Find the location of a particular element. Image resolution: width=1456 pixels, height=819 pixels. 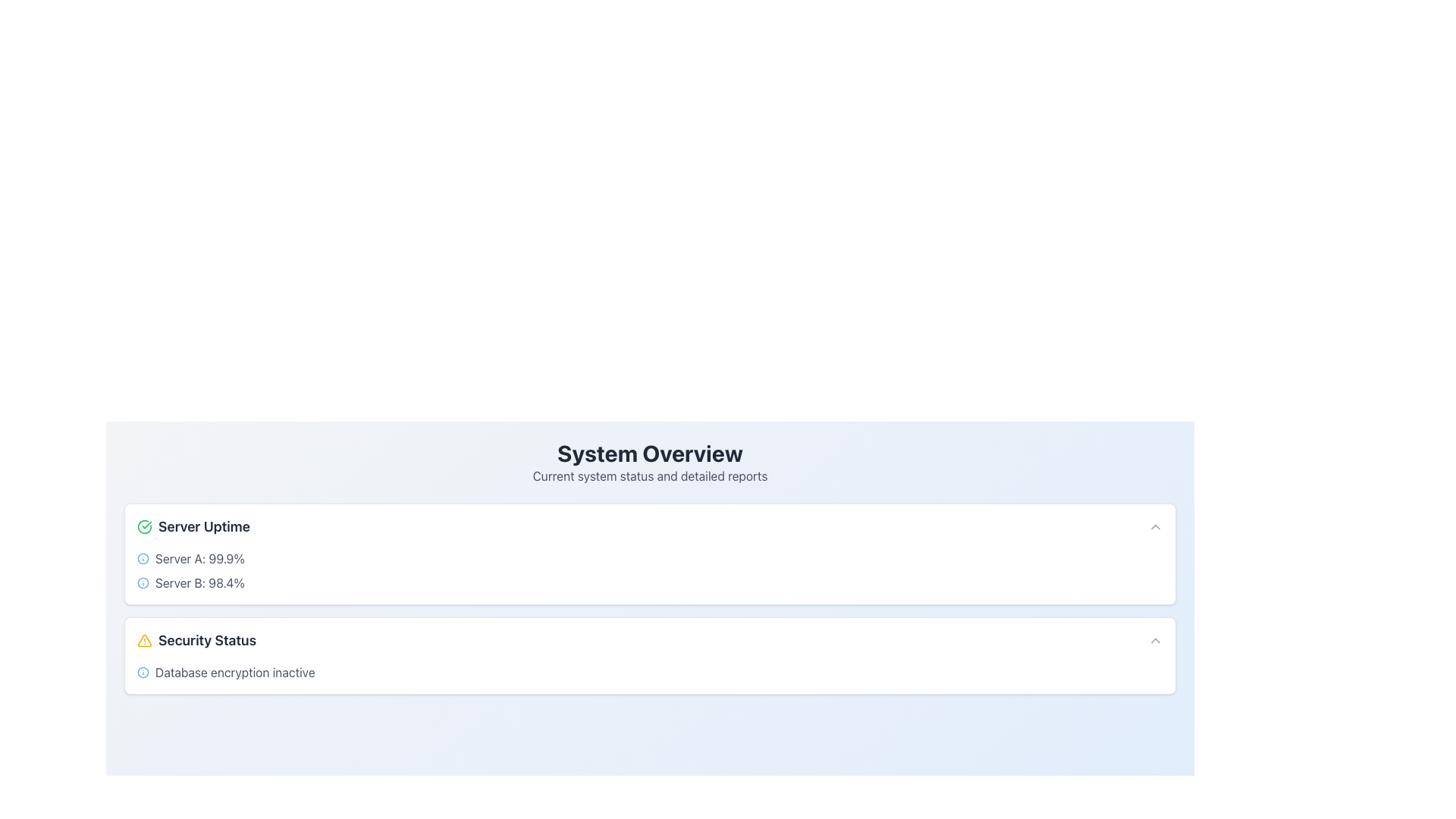

the 'Security Status' label with the alert triangle icon, which is styled prominently in a bold and dark font, located beneath the 'Server Uptime' section is located at coordinates (196, 640).